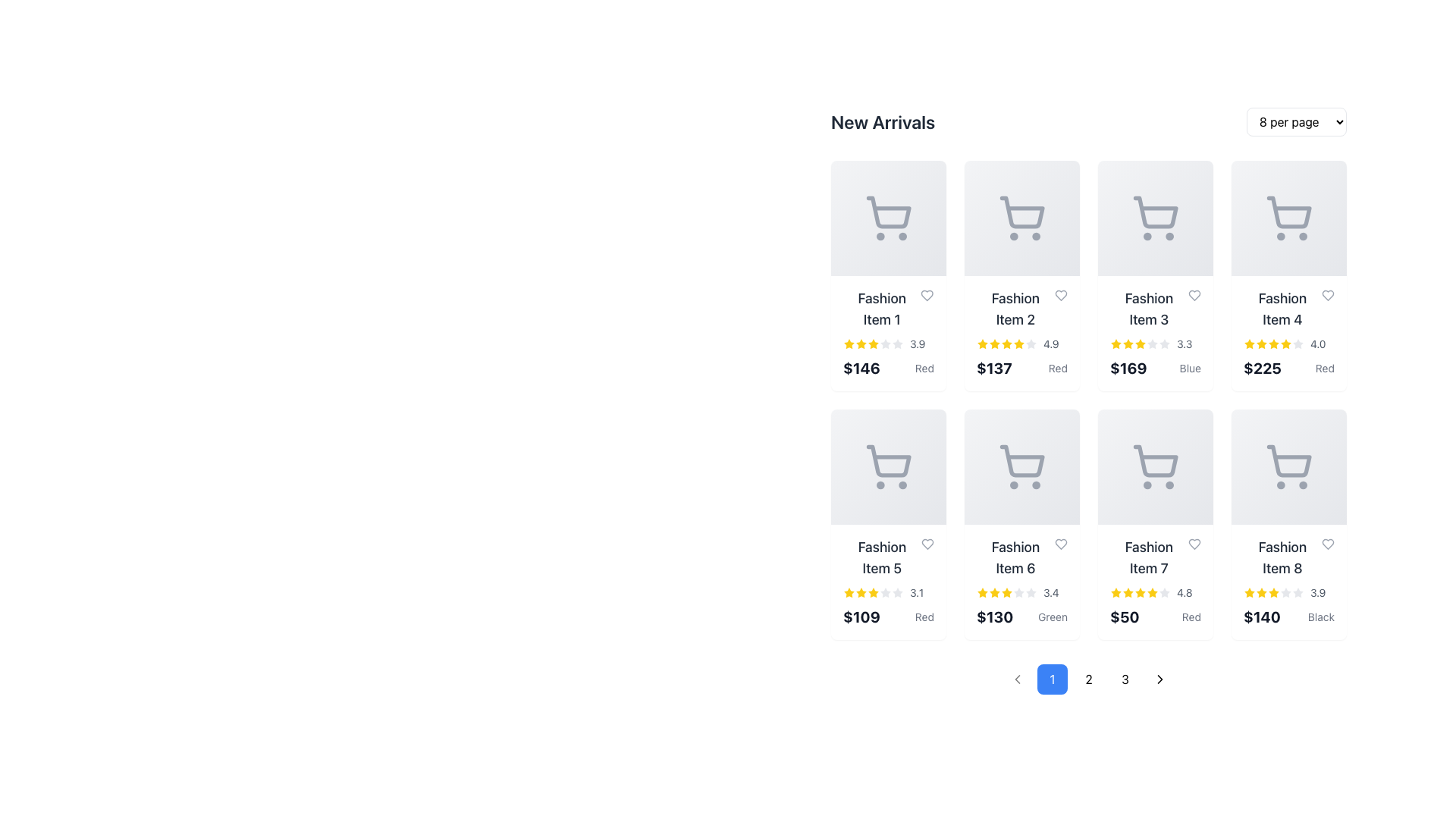 Image resolution: width=1456 pixels, height=819 pixels. Describe the element at coordinates (983, 592) in the screenshot. I see `visual rating associated with the first star in the rating component for 'Fashion Item 6' located in the second row, third column of the grid layout` at that location.